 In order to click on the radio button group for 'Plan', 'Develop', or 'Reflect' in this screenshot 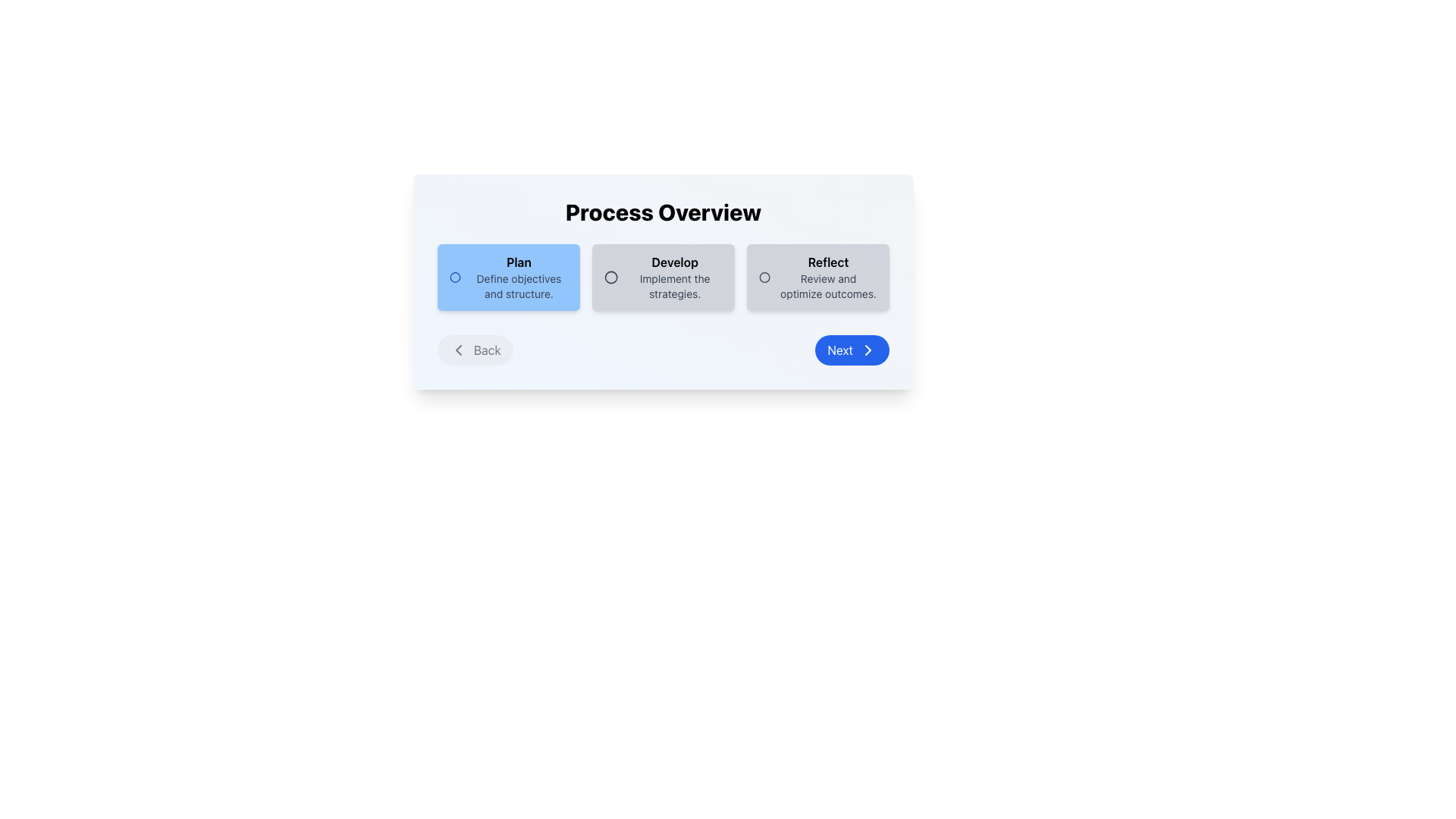, I will do `click(663, 278)`.